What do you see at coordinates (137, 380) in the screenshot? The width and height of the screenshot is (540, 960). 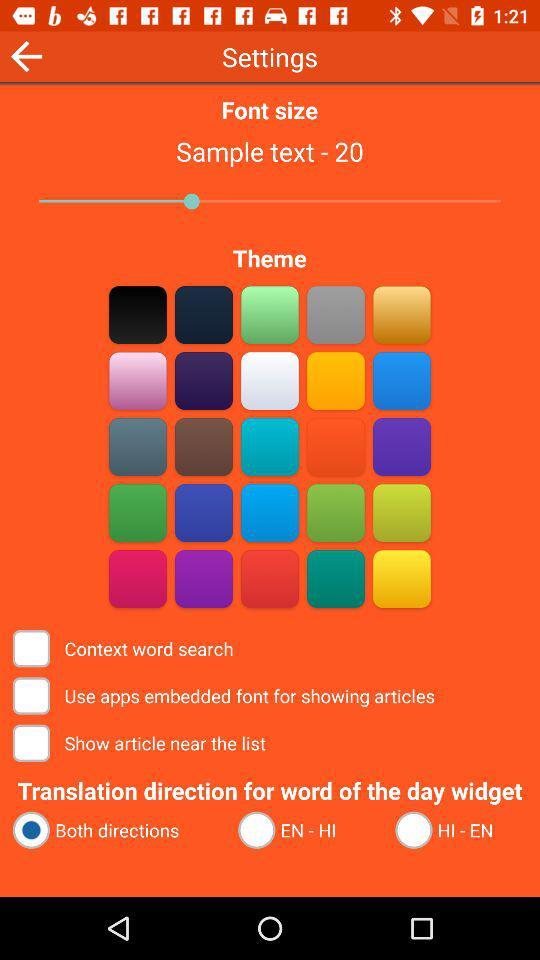 I see `make background pink` at bounding box center [137, 380].